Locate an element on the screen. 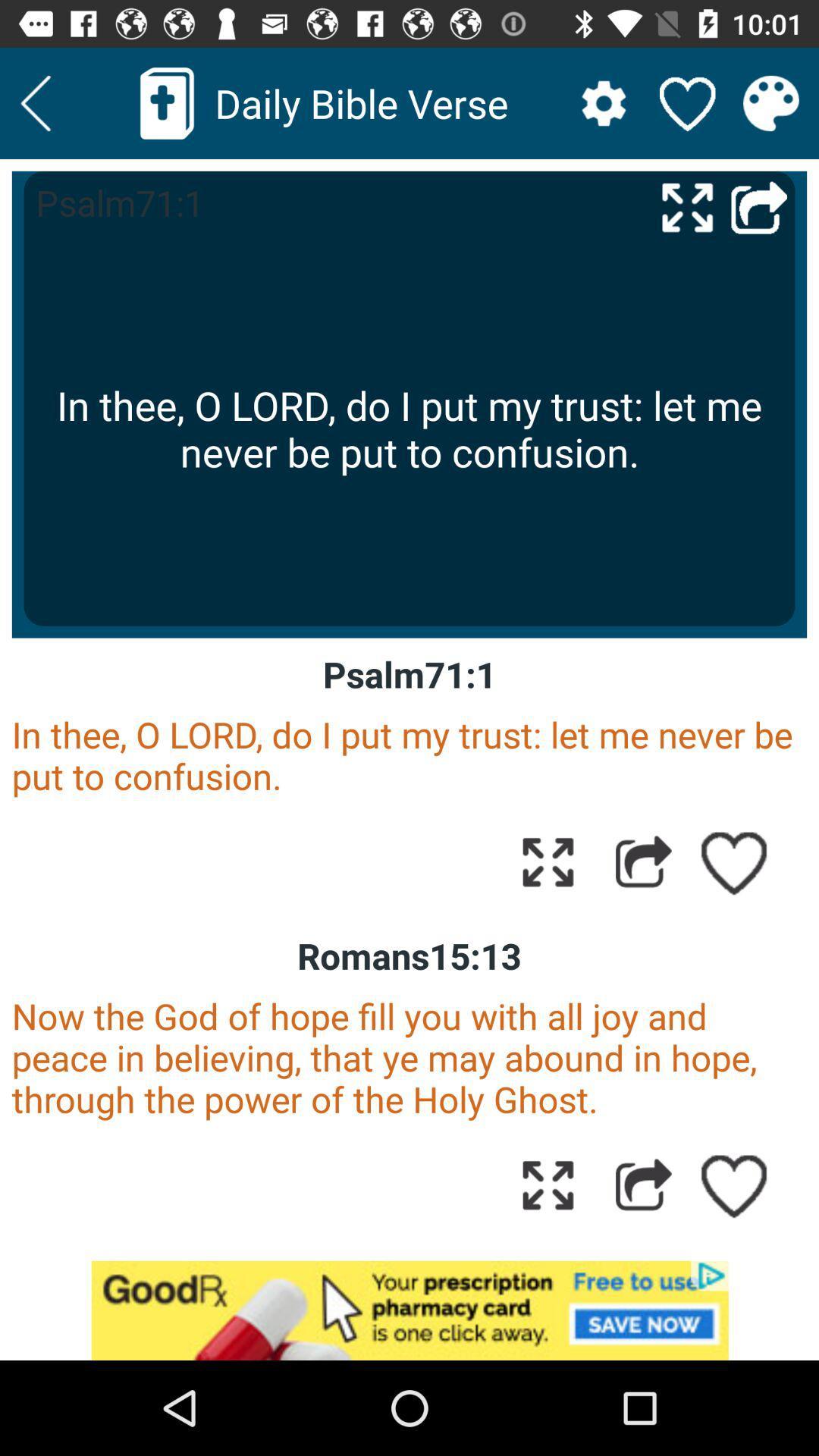  go back is located at coordinates (35, 102).